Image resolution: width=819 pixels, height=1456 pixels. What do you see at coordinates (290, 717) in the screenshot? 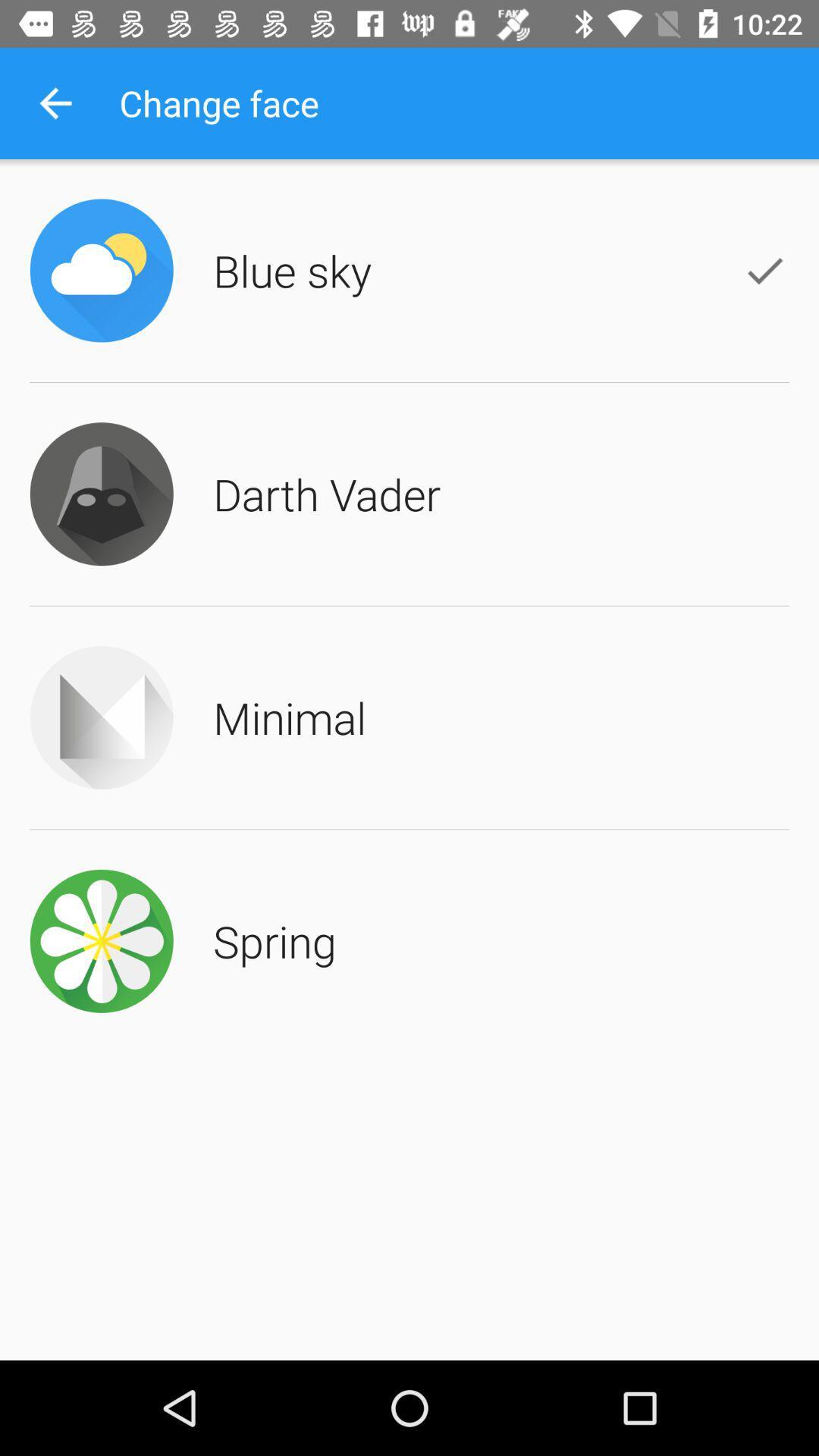
I see `minimal item` at bounding box center [290, 717].